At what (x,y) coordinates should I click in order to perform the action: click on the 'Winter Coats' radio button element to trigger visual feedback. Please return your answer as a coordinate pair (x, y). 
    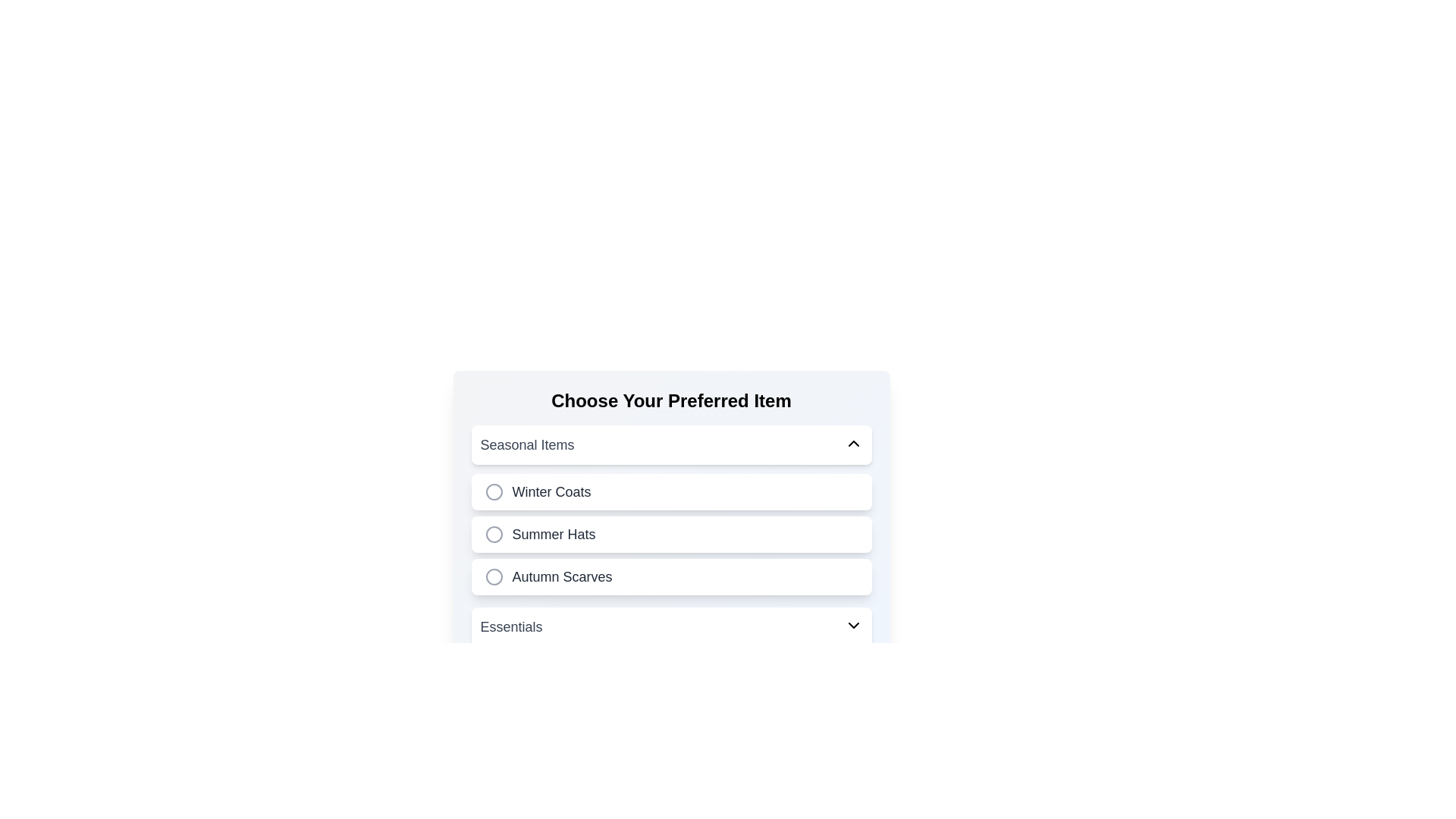
    Looking at the image, I should click on (670, 491).